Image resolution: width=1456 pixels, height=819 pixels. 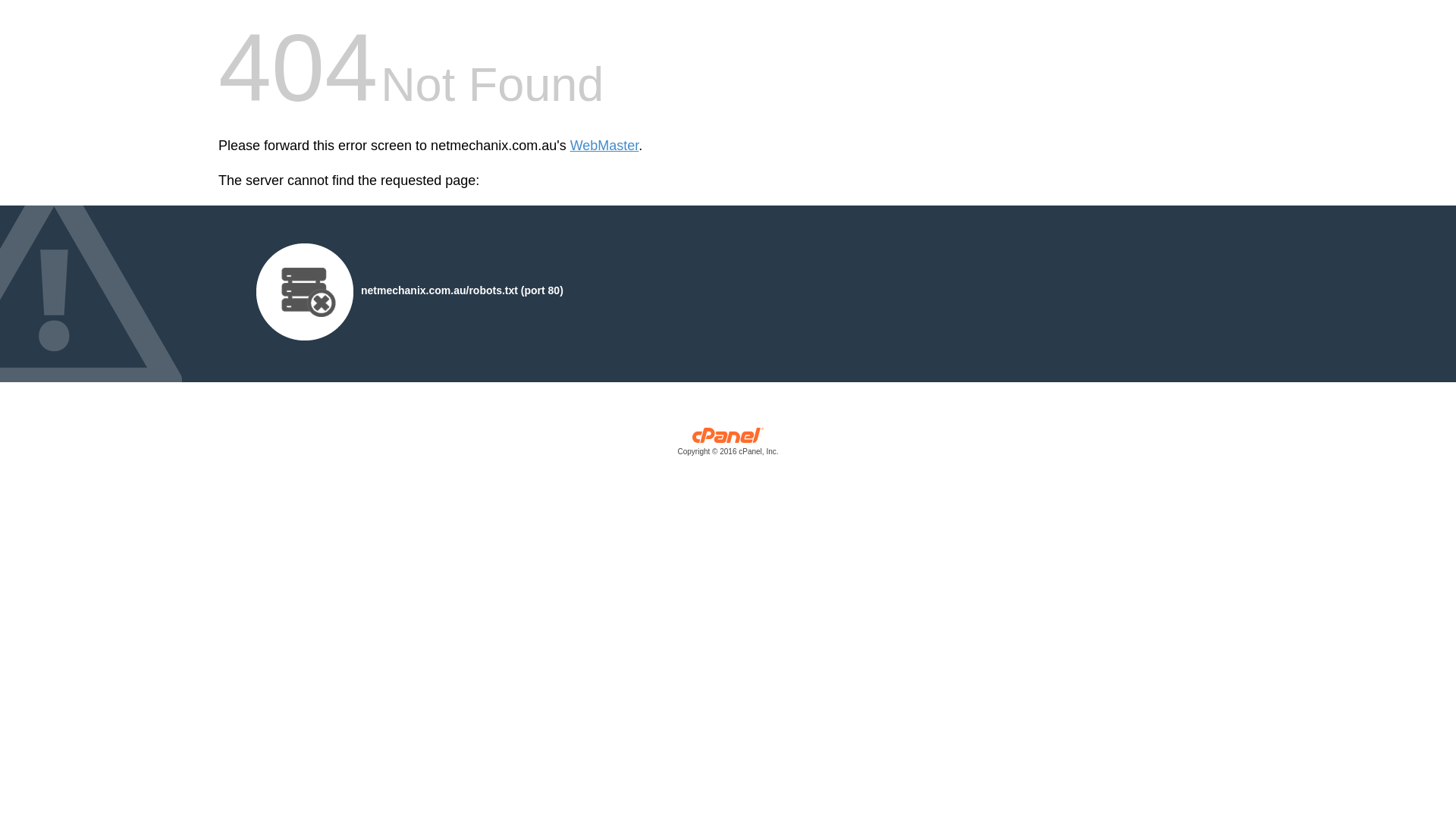 I want to click on 'WebMaster', so click(x=604, y=146).